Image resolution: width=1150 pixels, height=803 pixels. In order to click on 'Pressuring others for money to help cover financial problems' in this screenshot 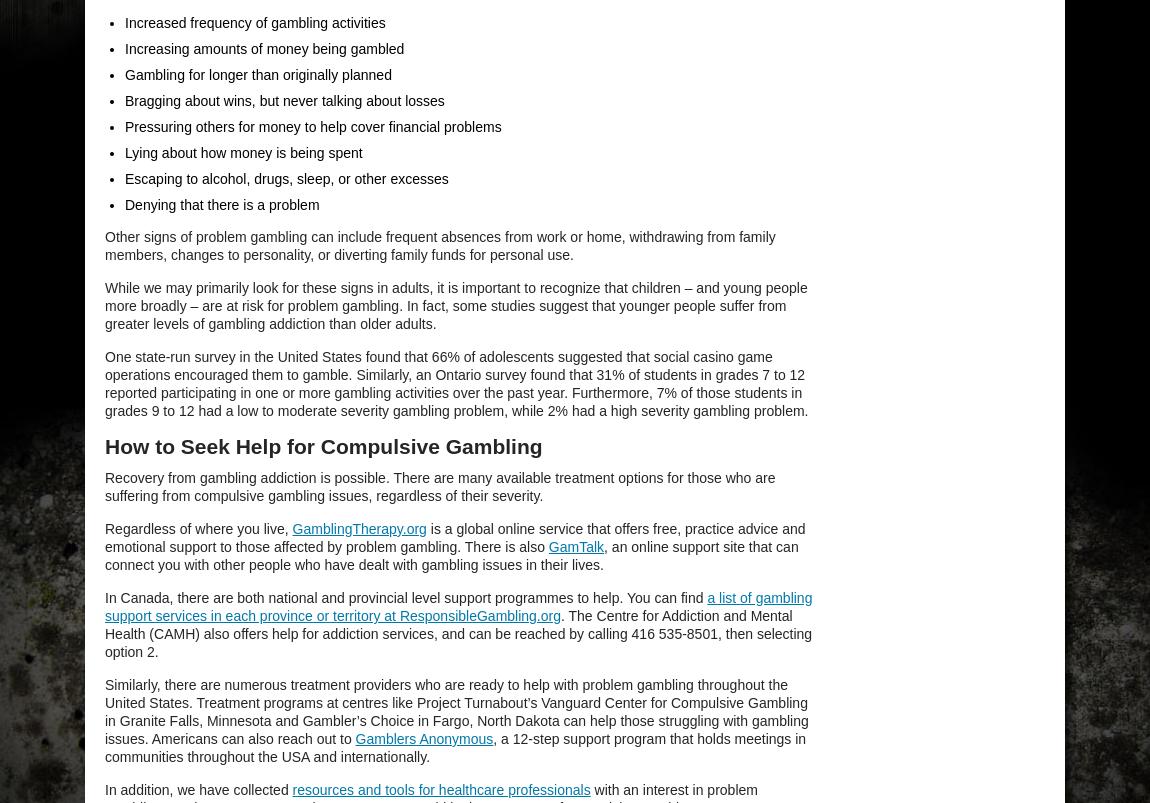, I will do `click(313, 127)`.